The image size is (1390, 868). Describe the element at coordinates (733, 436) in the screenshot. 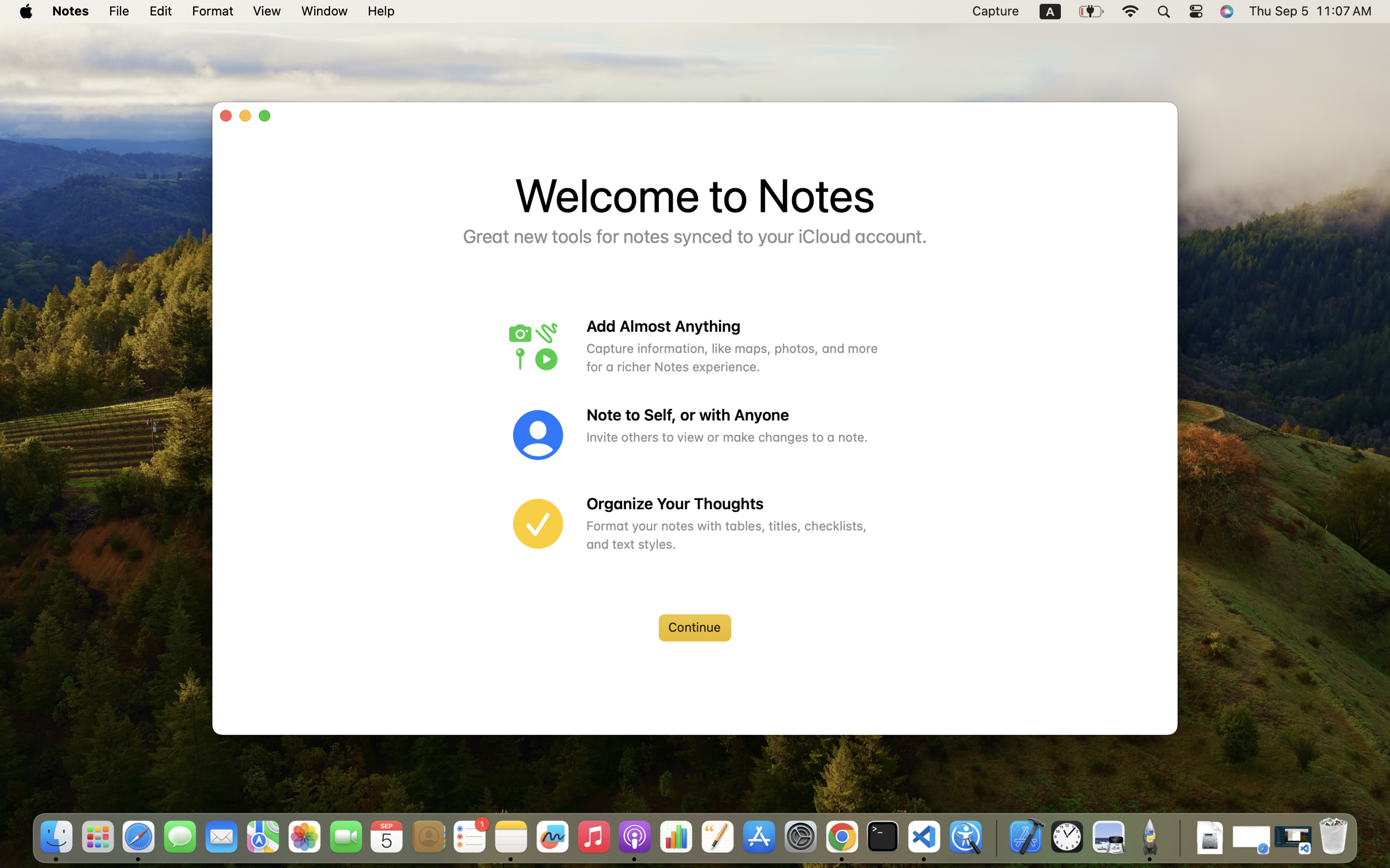

I see `'Invite others to view or make changes to a note.'` at that location.